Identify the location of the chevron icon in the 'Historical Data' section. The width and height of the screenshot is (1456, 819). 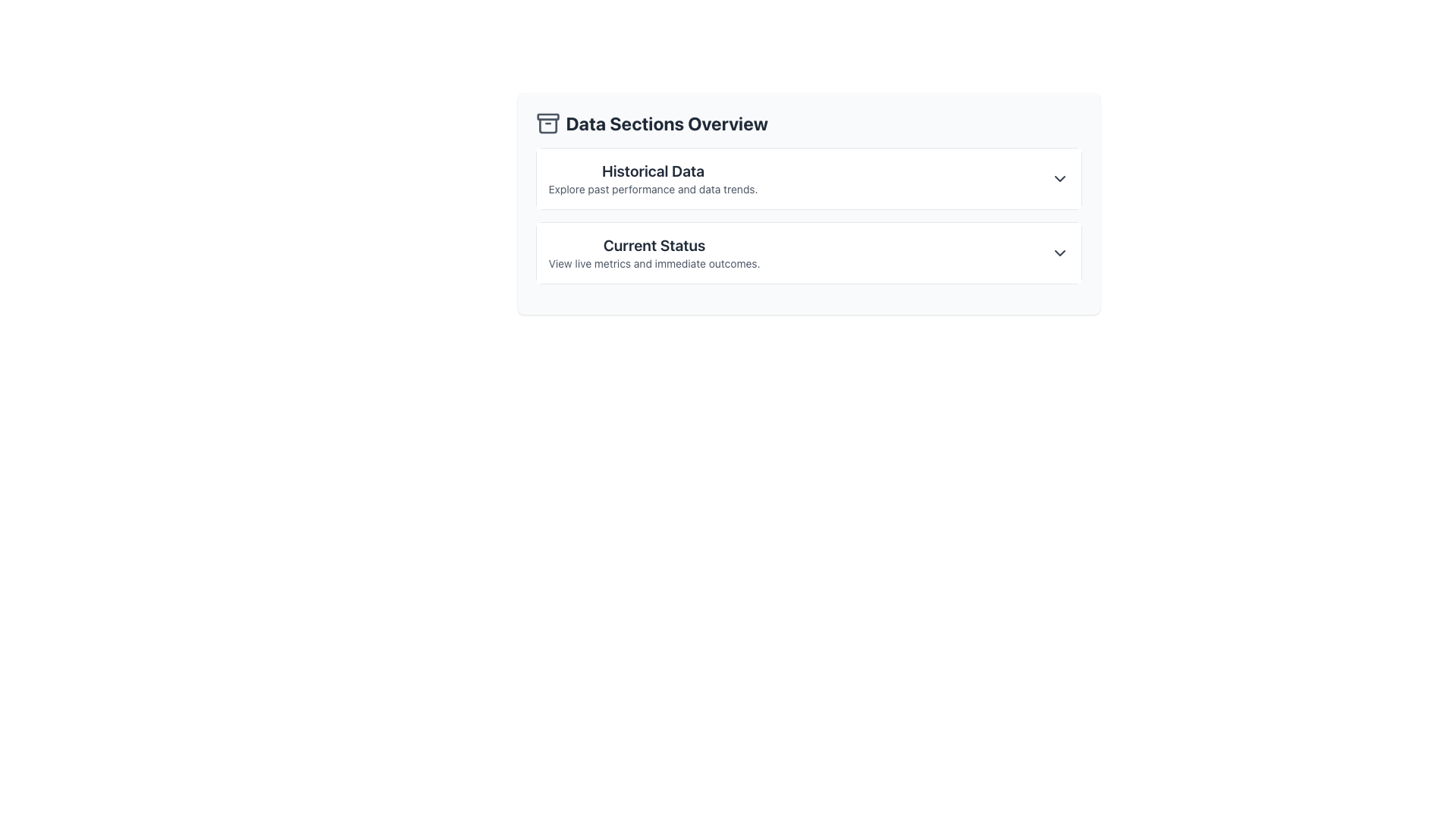
(1059, 177).